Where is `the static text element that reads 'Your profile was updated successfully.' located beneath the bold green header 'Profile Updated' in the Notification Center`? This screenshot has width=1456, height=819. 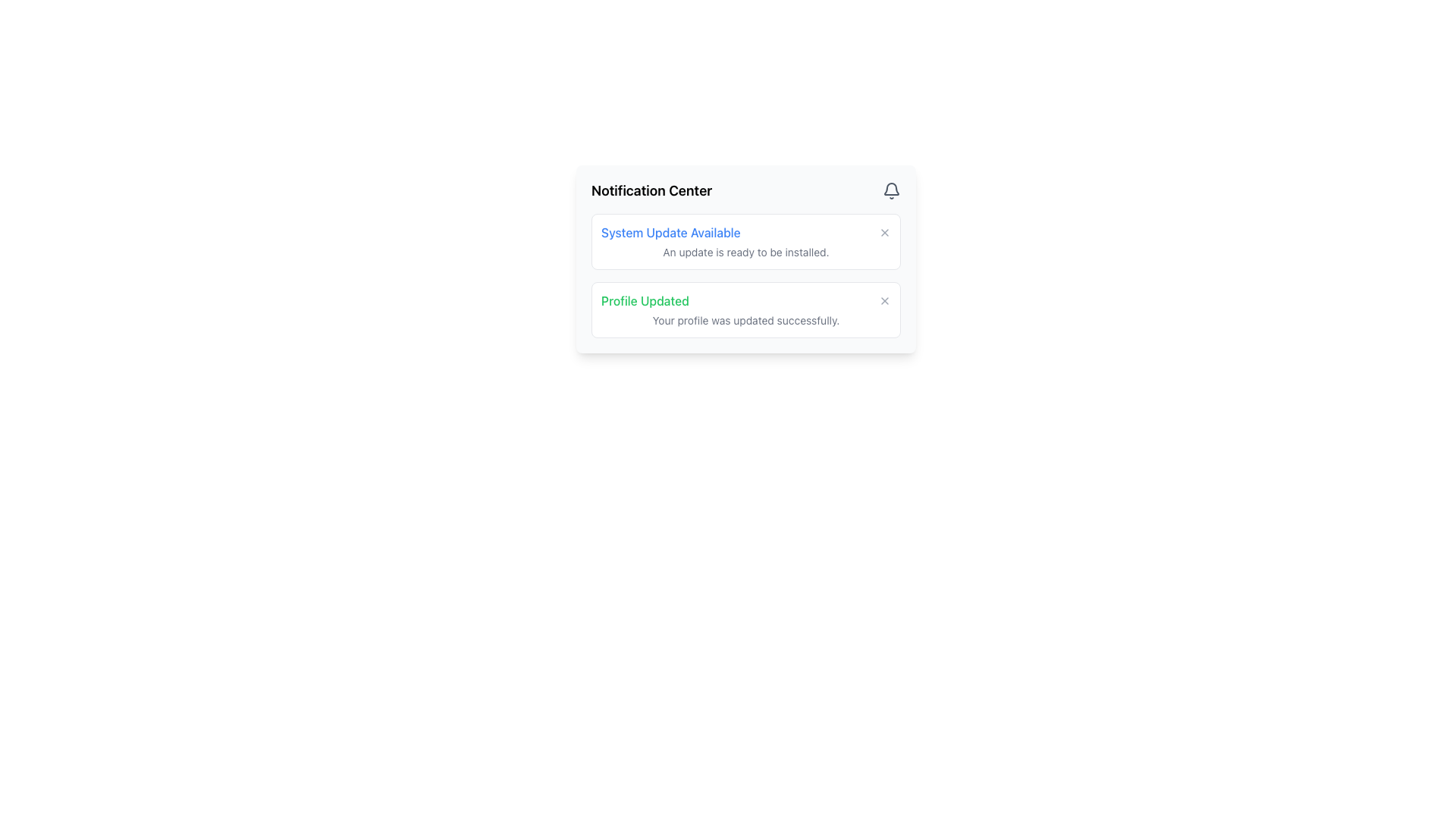
the static text element that reads 'Your profile was updated successfully.' located beneath the bold green header 'Profile Updated' in the Notification Center is located at coordinates (745, 320).